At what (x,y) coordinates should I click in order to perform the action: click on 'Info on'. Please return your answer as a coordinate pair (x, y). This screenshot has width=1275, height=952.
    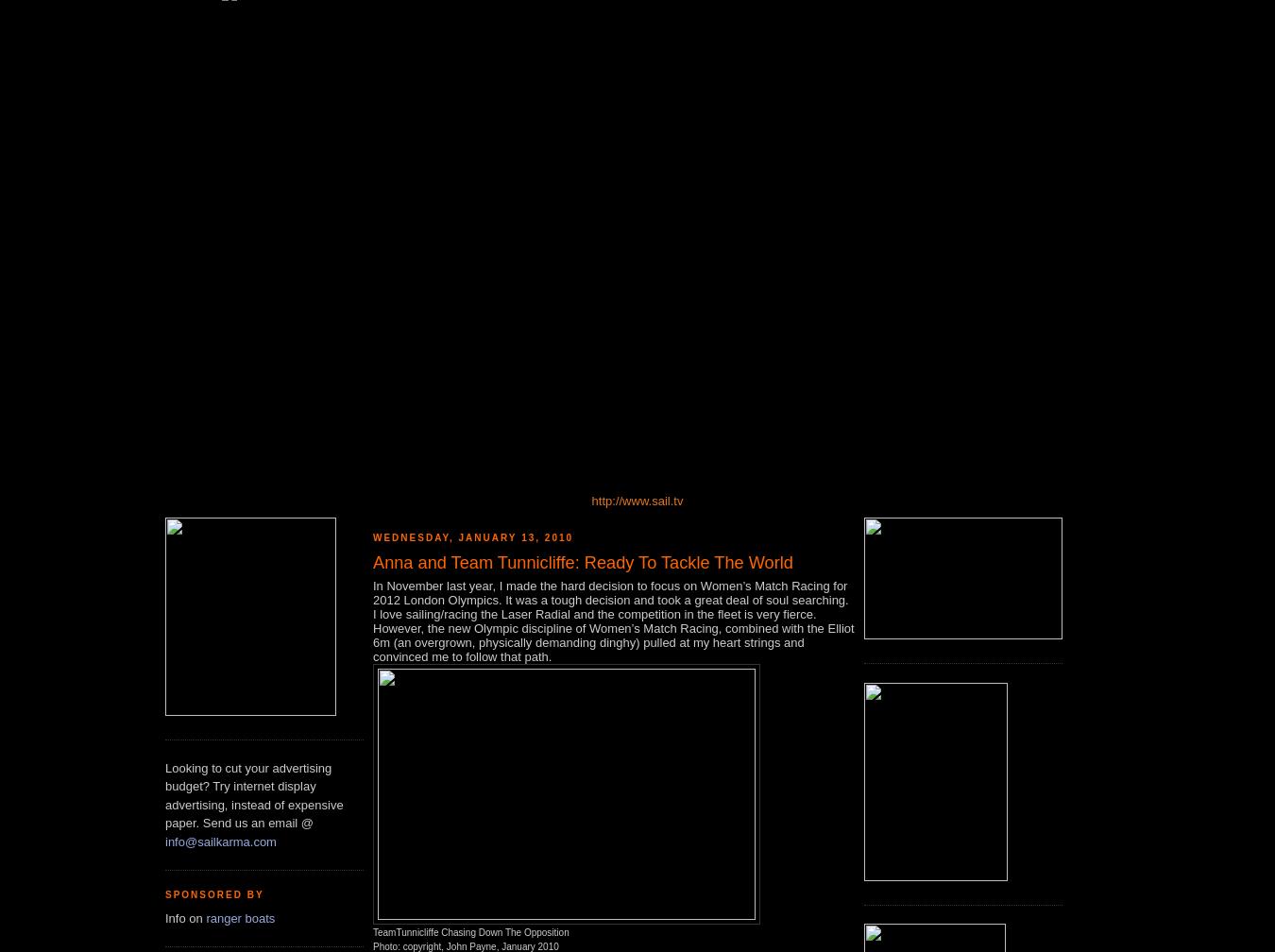
    Looking at the image, I should click on (185, 917).